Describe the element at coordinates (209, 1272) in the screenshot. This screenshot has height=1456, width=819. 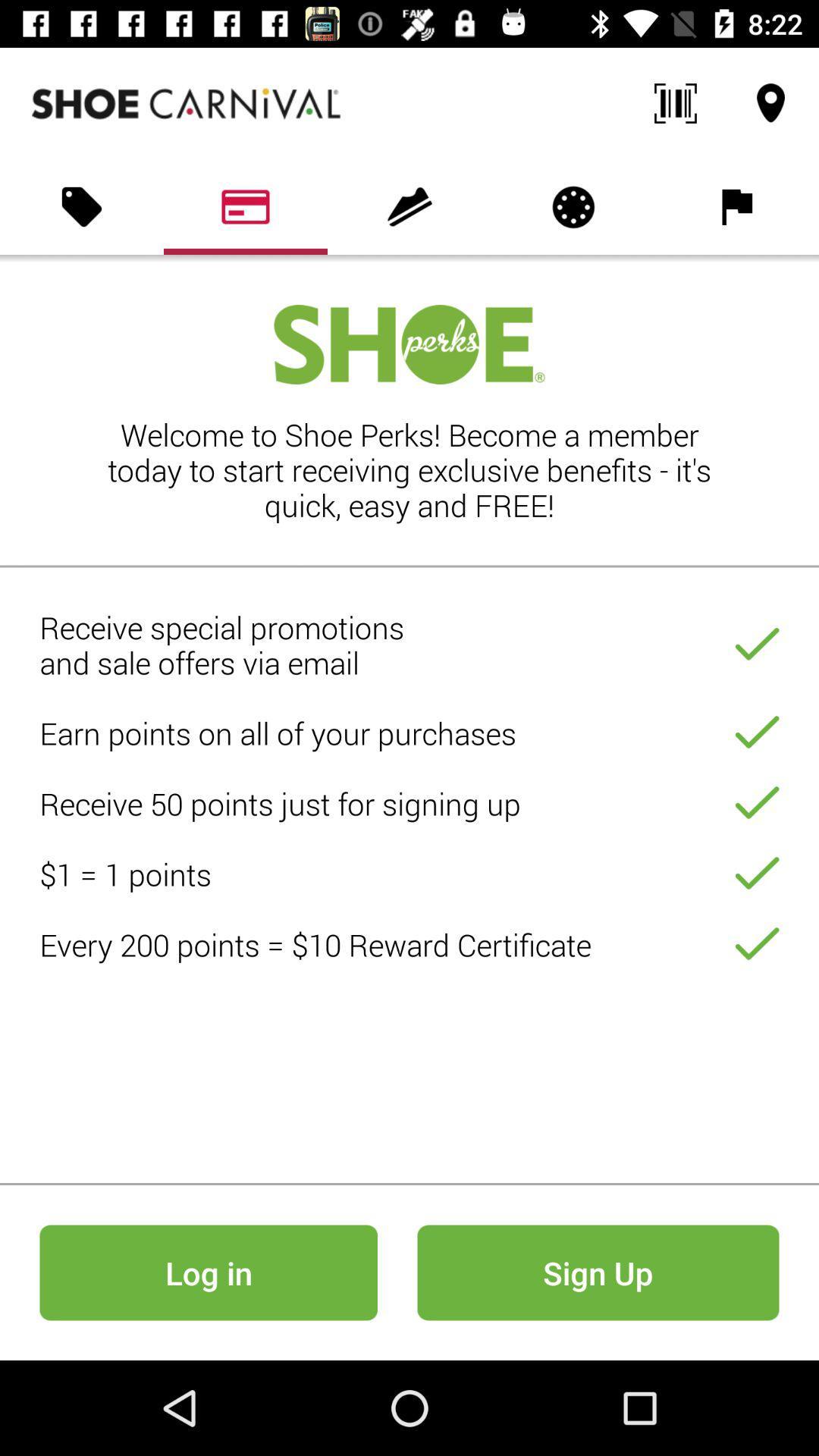
I see `icon to the left of sign up icon` at that location.